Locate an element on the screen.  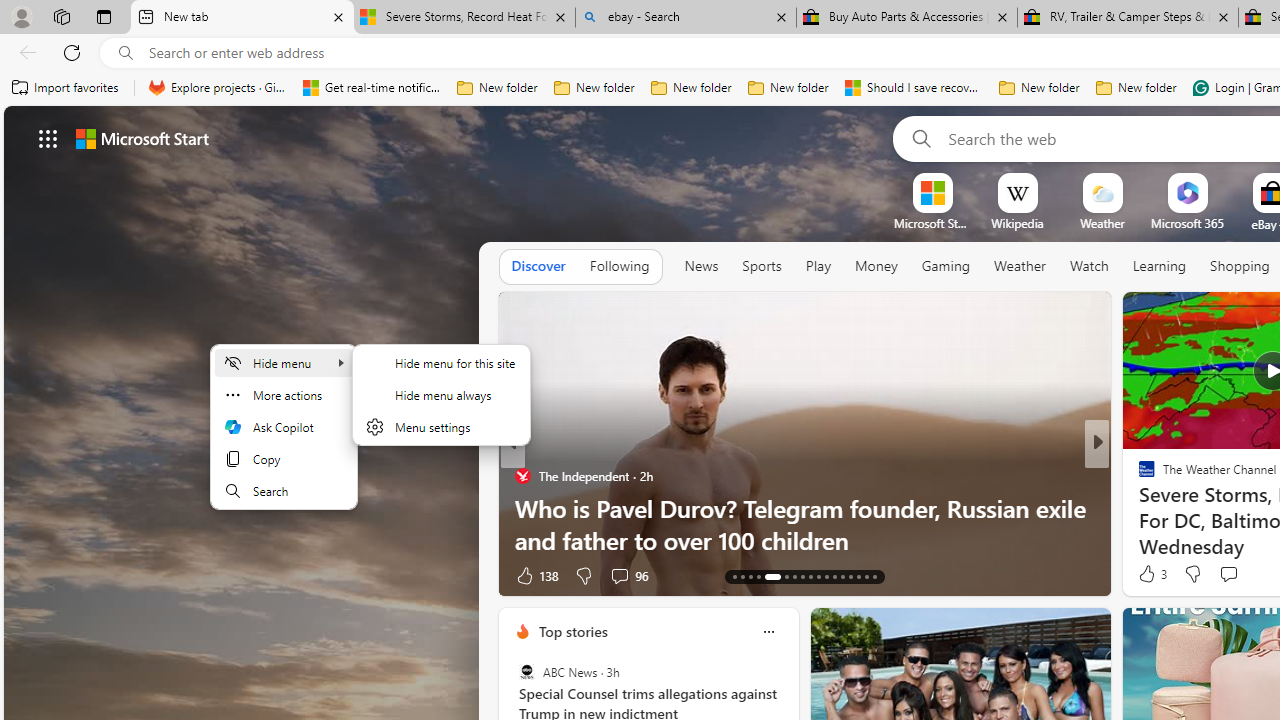
'Sports' is located at coordinates (760, 265).